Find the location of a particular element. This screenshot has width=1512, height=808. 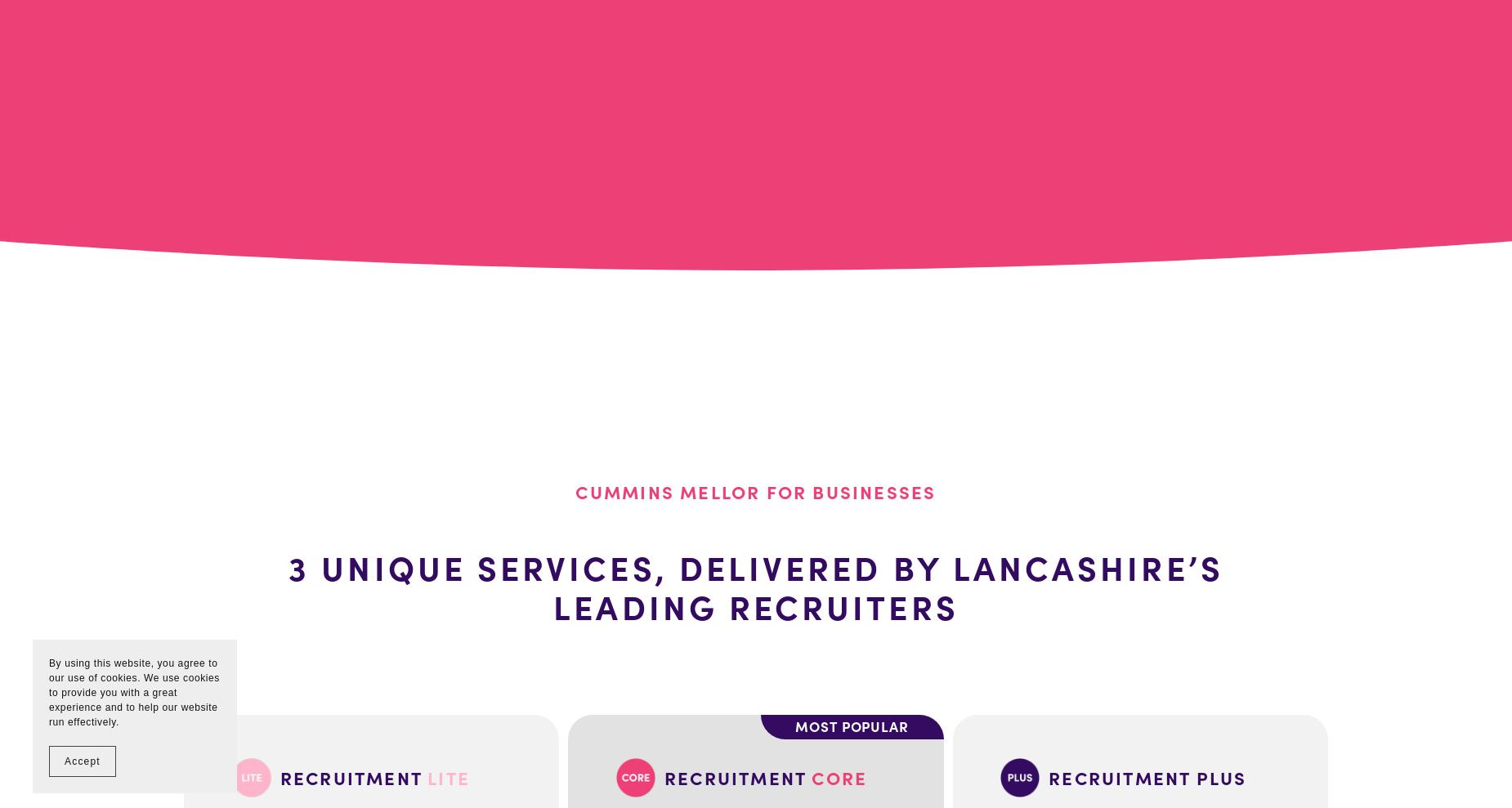

'CORE' is located at coordinates (838, 777).